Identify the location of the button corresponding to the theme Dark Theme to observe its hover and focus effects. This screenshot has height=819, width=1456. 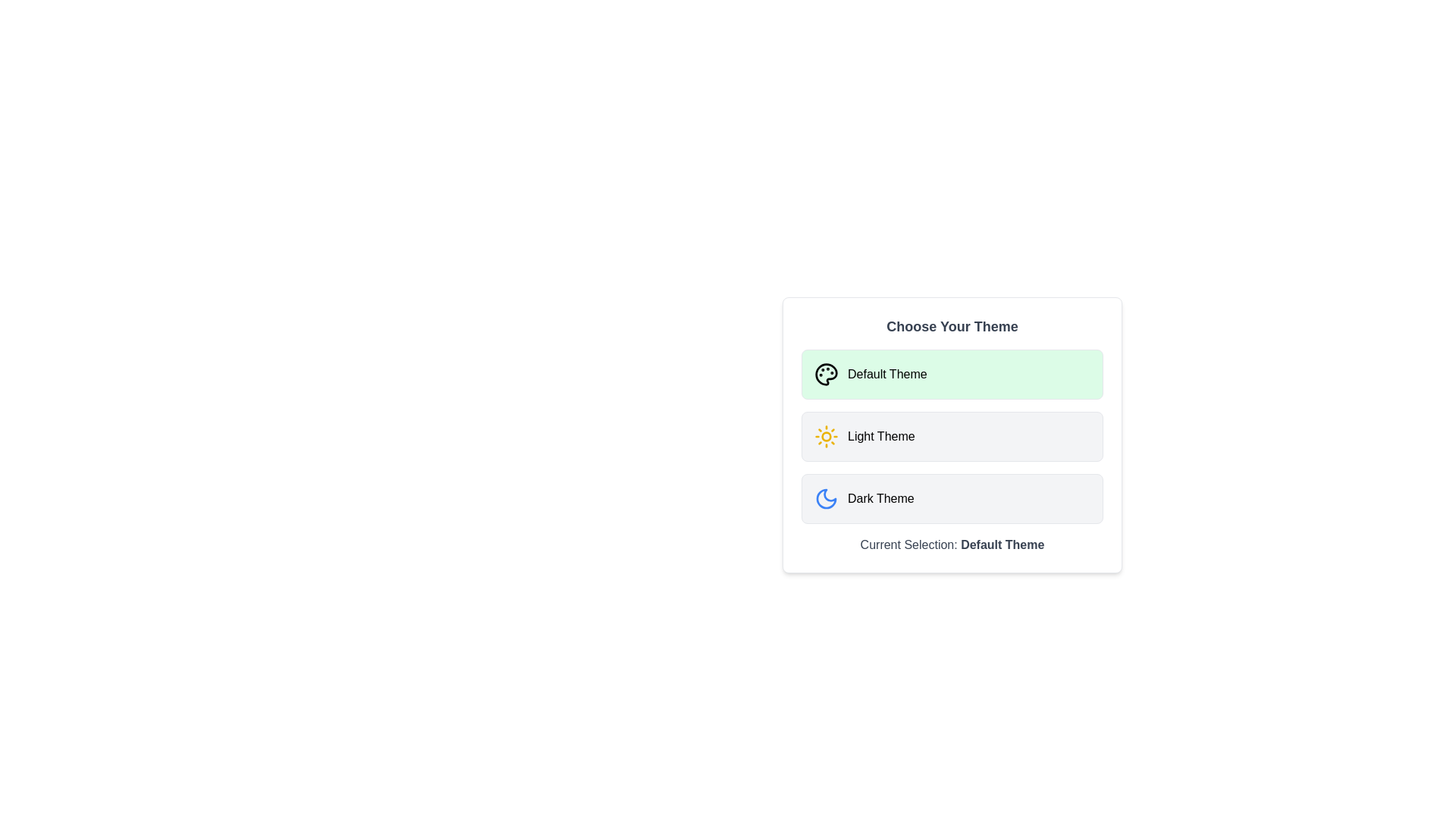
(952, 499).